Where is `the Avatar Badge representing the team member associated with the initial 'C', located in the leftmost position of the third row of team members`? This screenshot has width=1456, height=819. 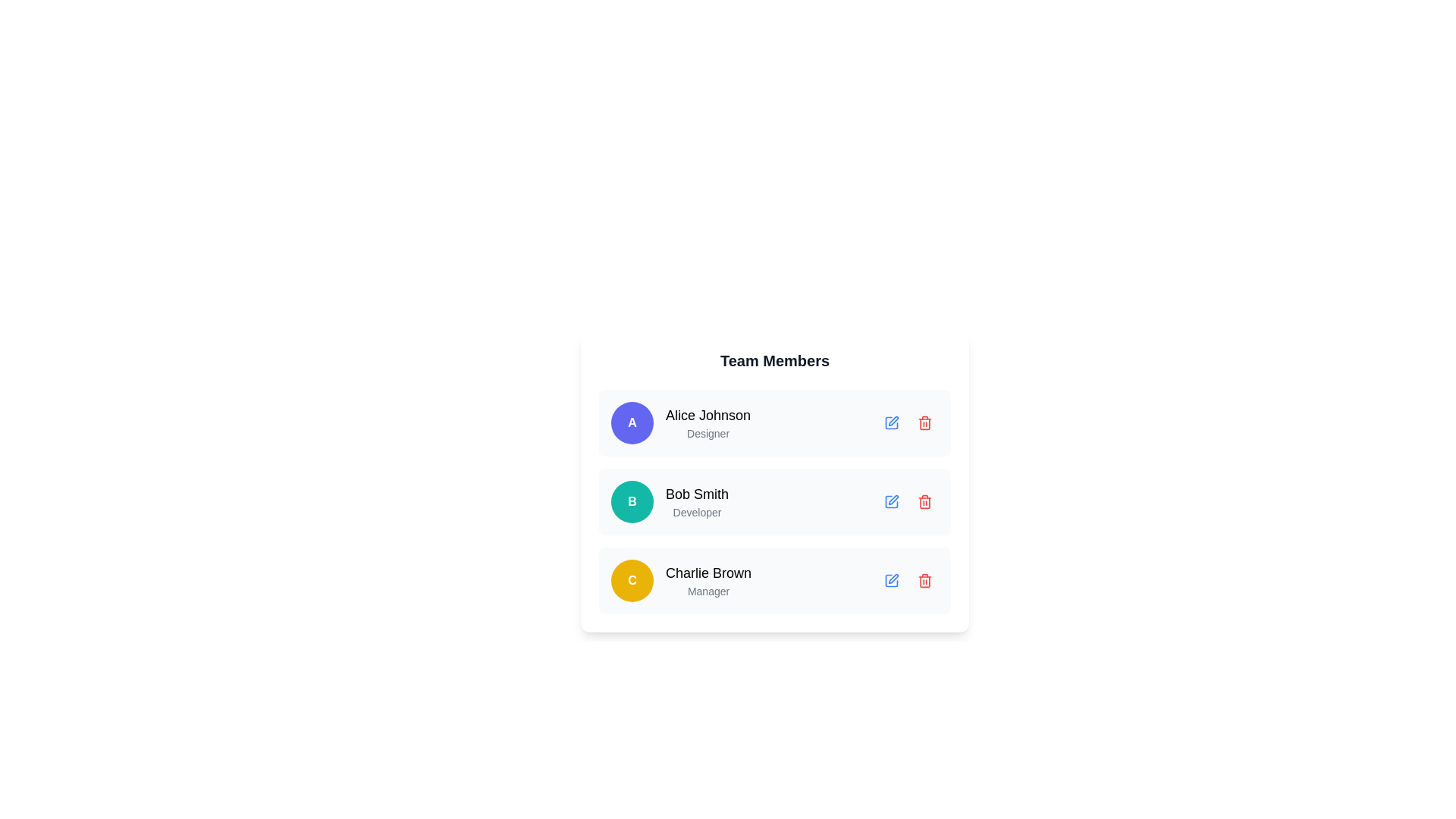 the Avatar Badge representing the team member associated with the initial 'C', located in the leftmost position of the third row of team members is located at coordinates (632, 580).